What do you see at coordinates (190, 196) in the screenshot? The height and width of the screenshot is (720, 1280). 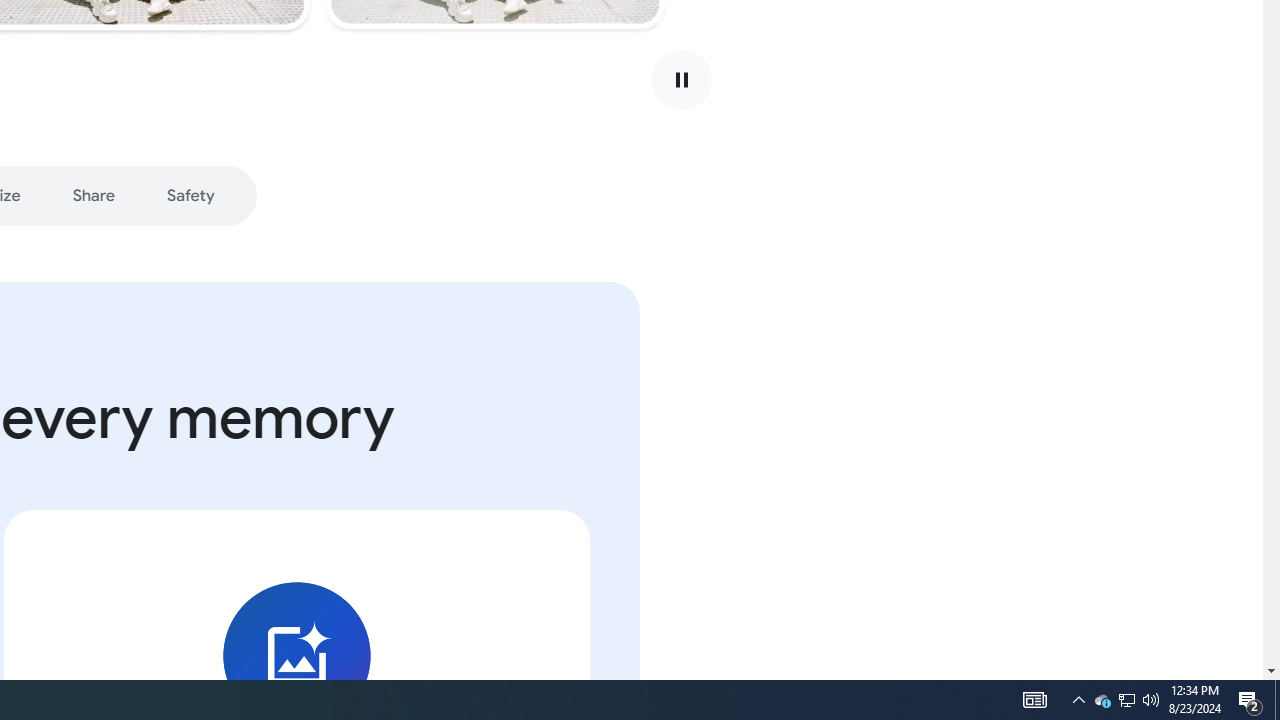 I see `'Go to section: Safety'` at bounding box center [190, 196].